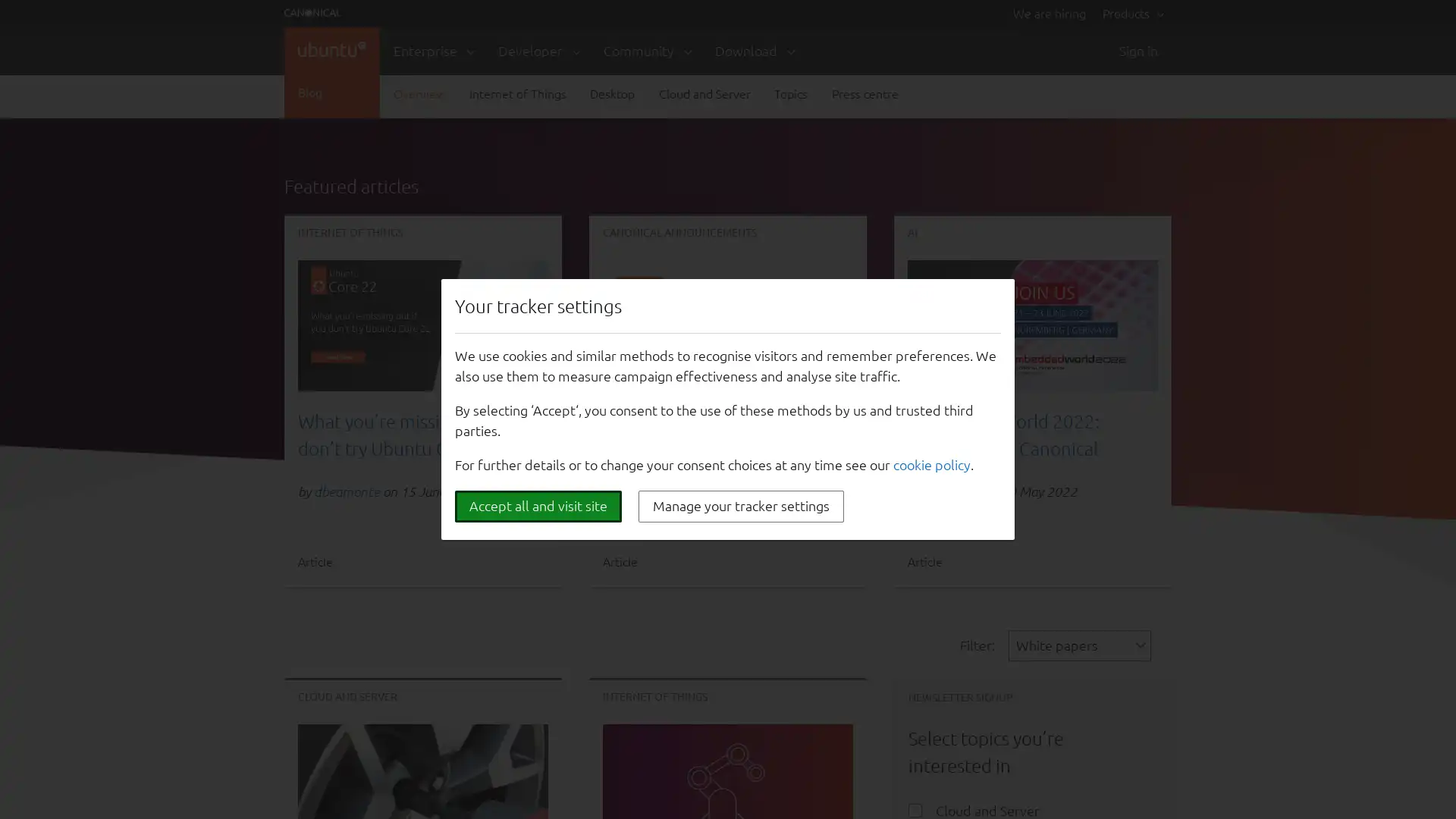 Image resolution: width=1456 pixels, height=819 pixels. Describe the element at coordinates (741, 506) in the screenshot. I see `Manage your tracker settings` at that location.